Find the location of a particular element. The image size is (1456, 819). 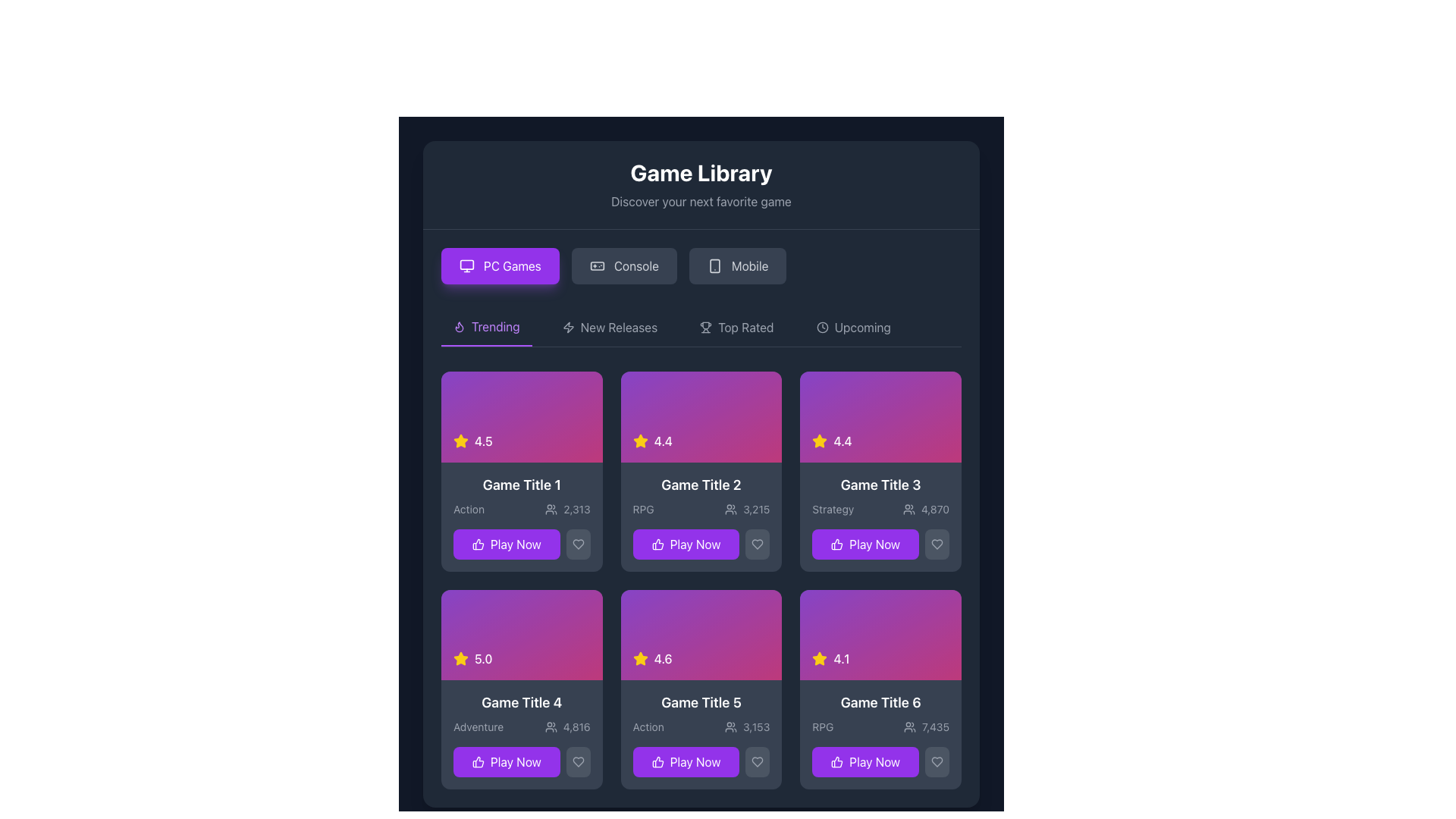

the heart-shaped Icon button located at the bottom of the card labeled 'Game Title 5' is located at coordinates (758, 762).